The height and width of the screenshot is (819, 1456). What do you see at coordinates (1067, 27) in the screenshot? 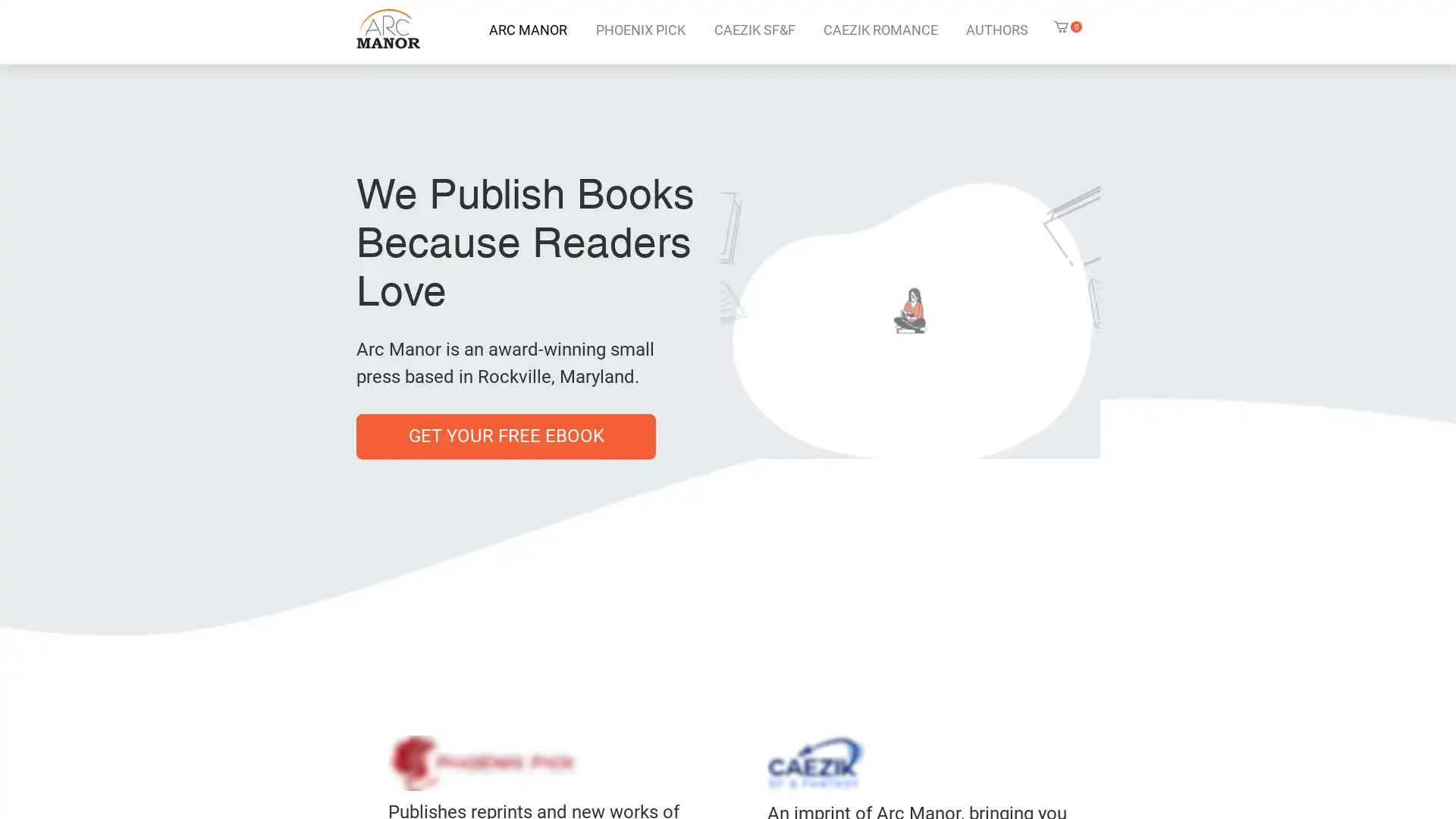
I see `Cart with 0 items` at bounding box center [1067, 27].